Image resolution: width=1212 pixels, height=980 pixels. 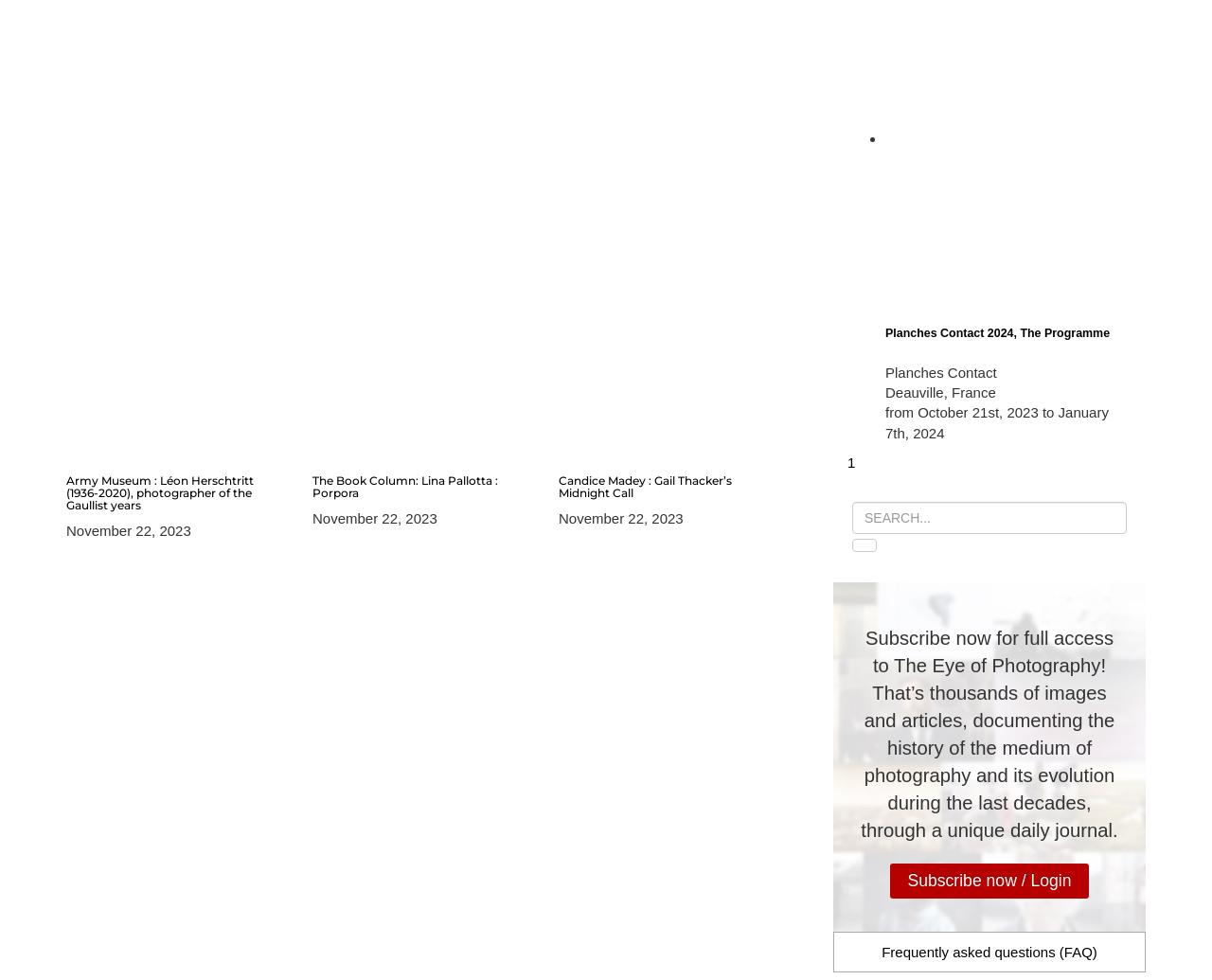 I want to click on 'Twitter', so click(x=912, y=191).